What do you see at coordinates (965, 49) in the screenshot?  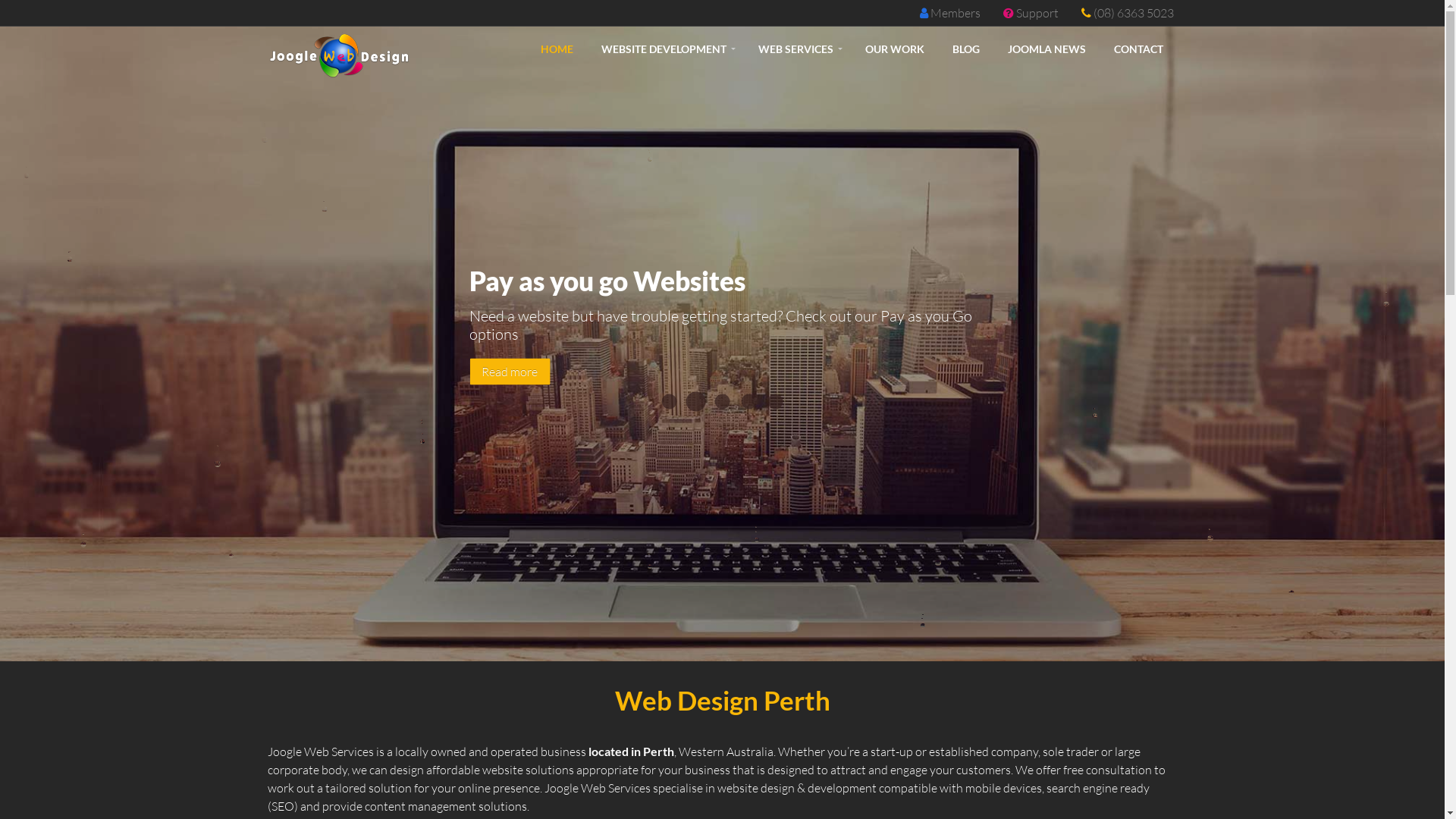 I see `'BLOG'` at bounding box center [965, 49].